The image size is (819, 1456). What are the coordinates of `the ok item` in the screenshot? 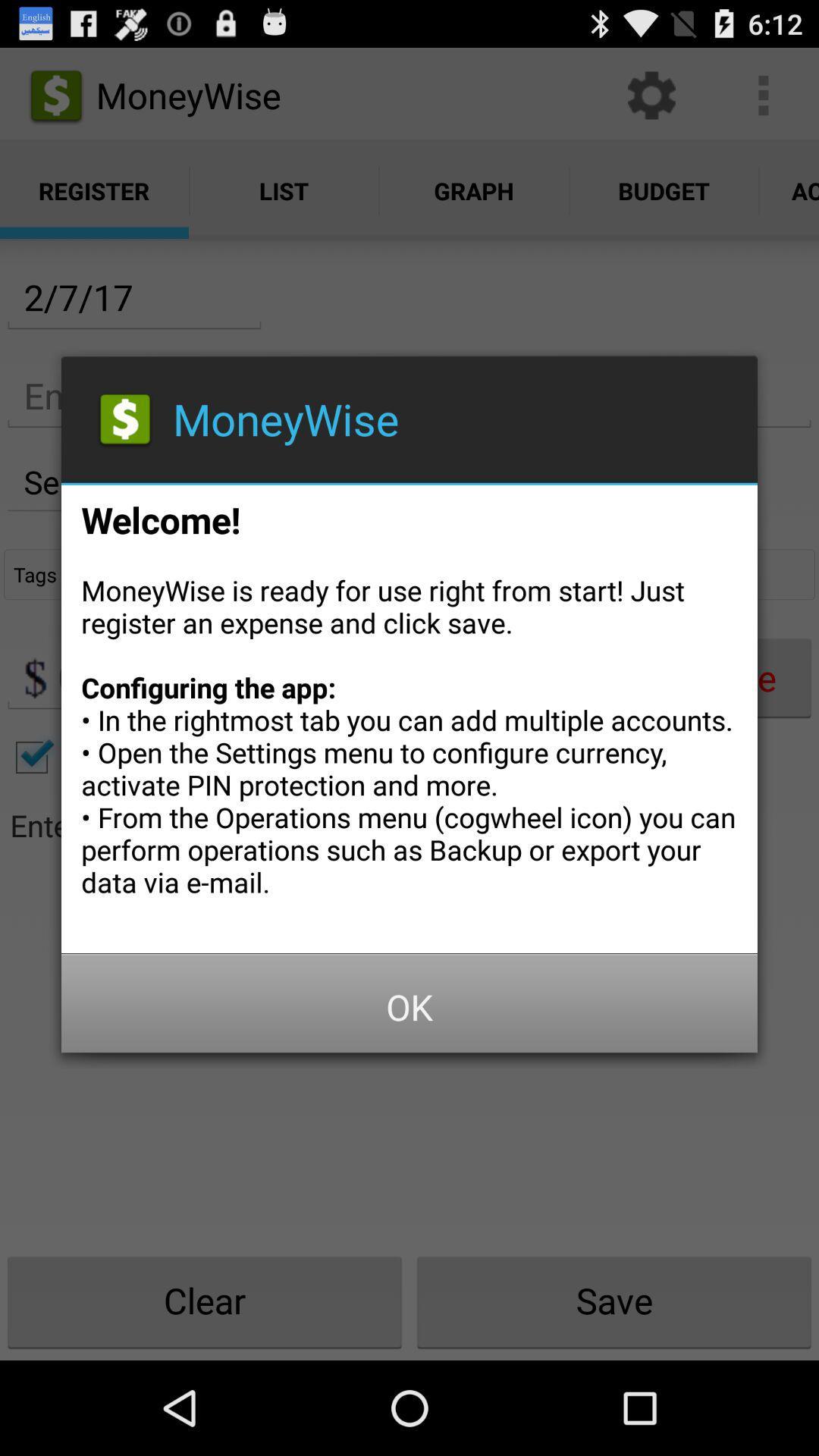 It's located at (409, 1007).